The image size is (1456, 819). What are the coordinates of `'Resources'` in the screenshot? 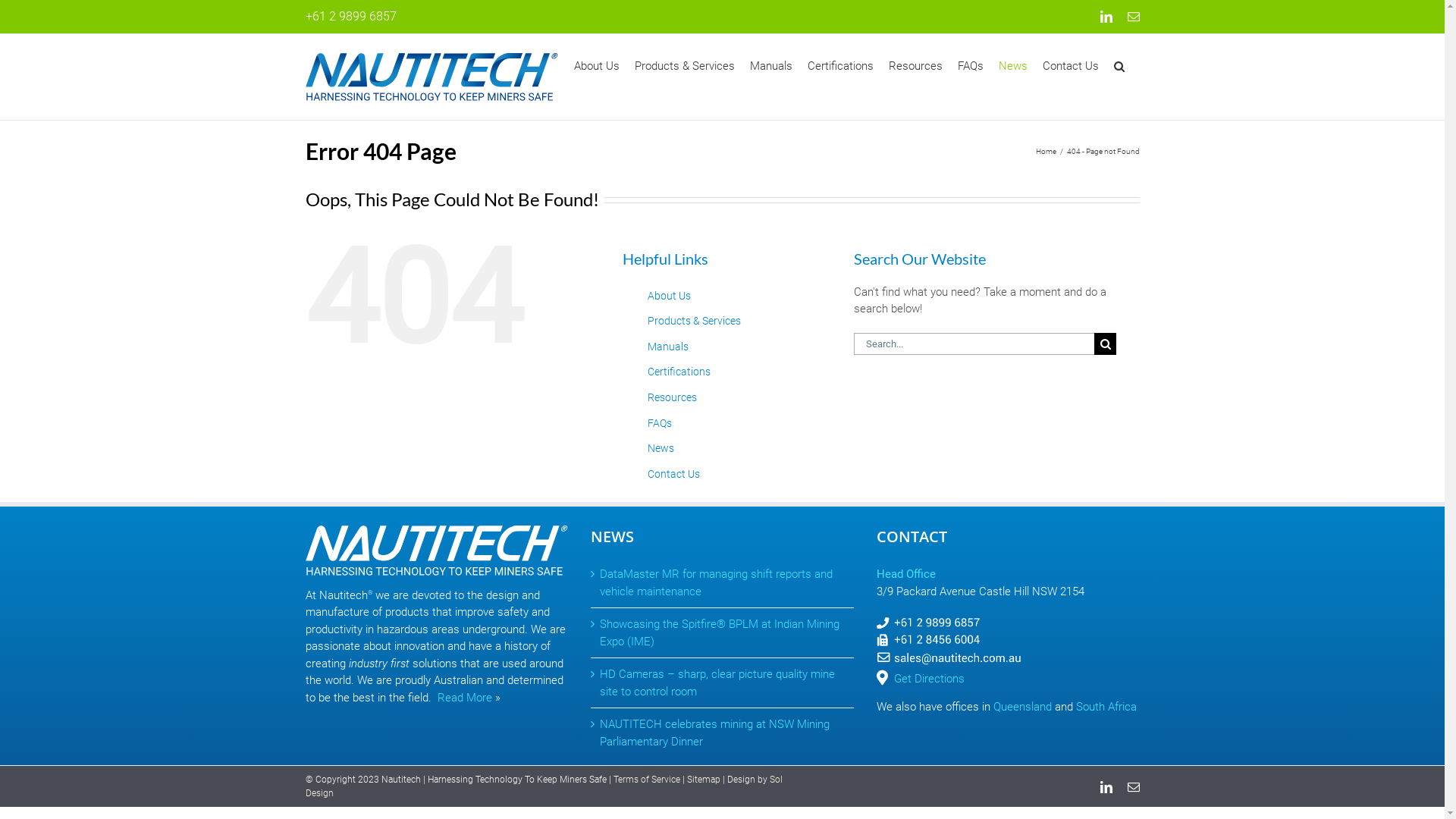 It's located at (915, 65).